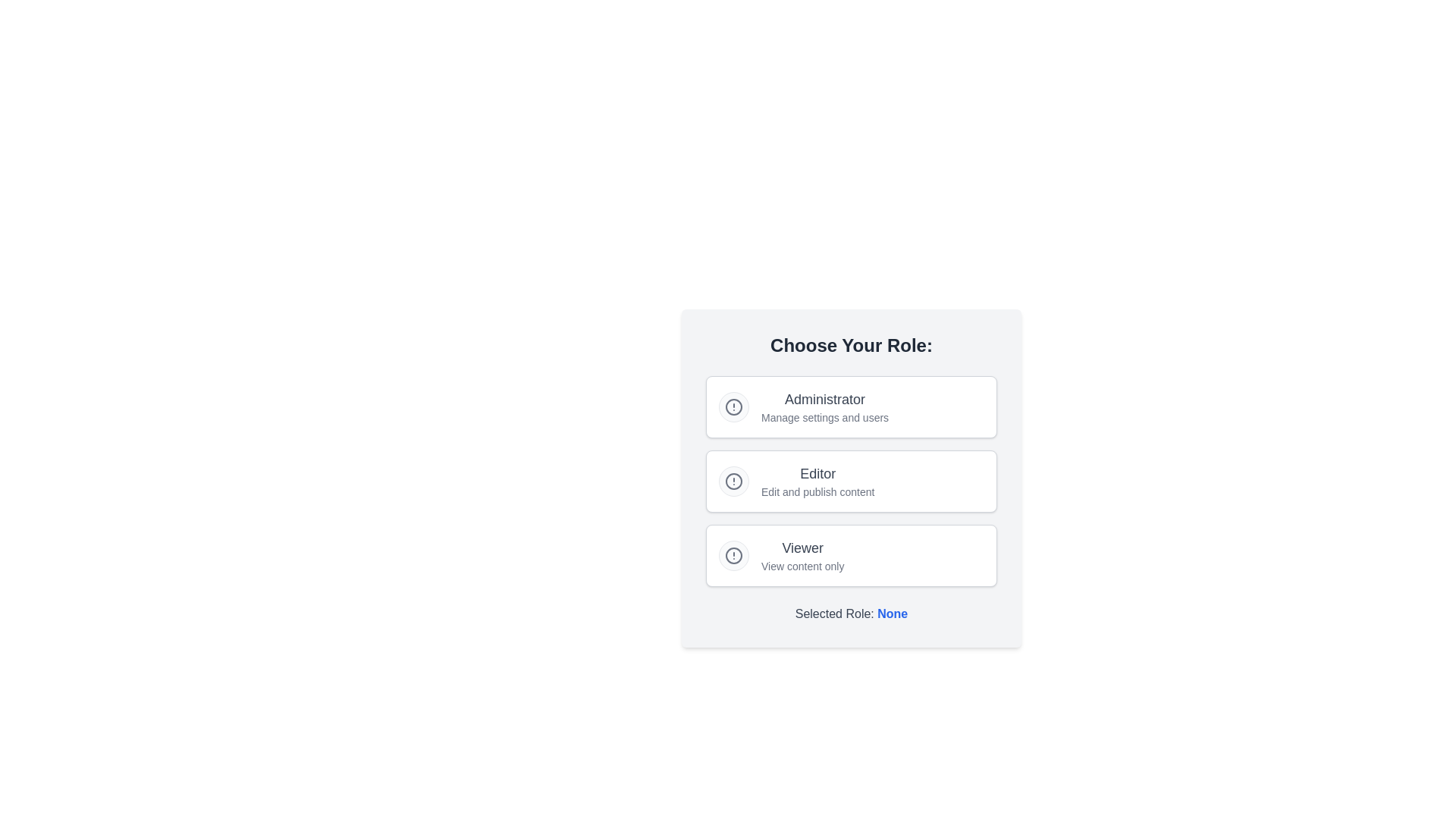  What do you see at coordinates (734, 555) in the screenshot?
I see `the gray circular icon with an exclamation mark inside, located in the 'Viewer' role option` at bounding box center [734, 555].